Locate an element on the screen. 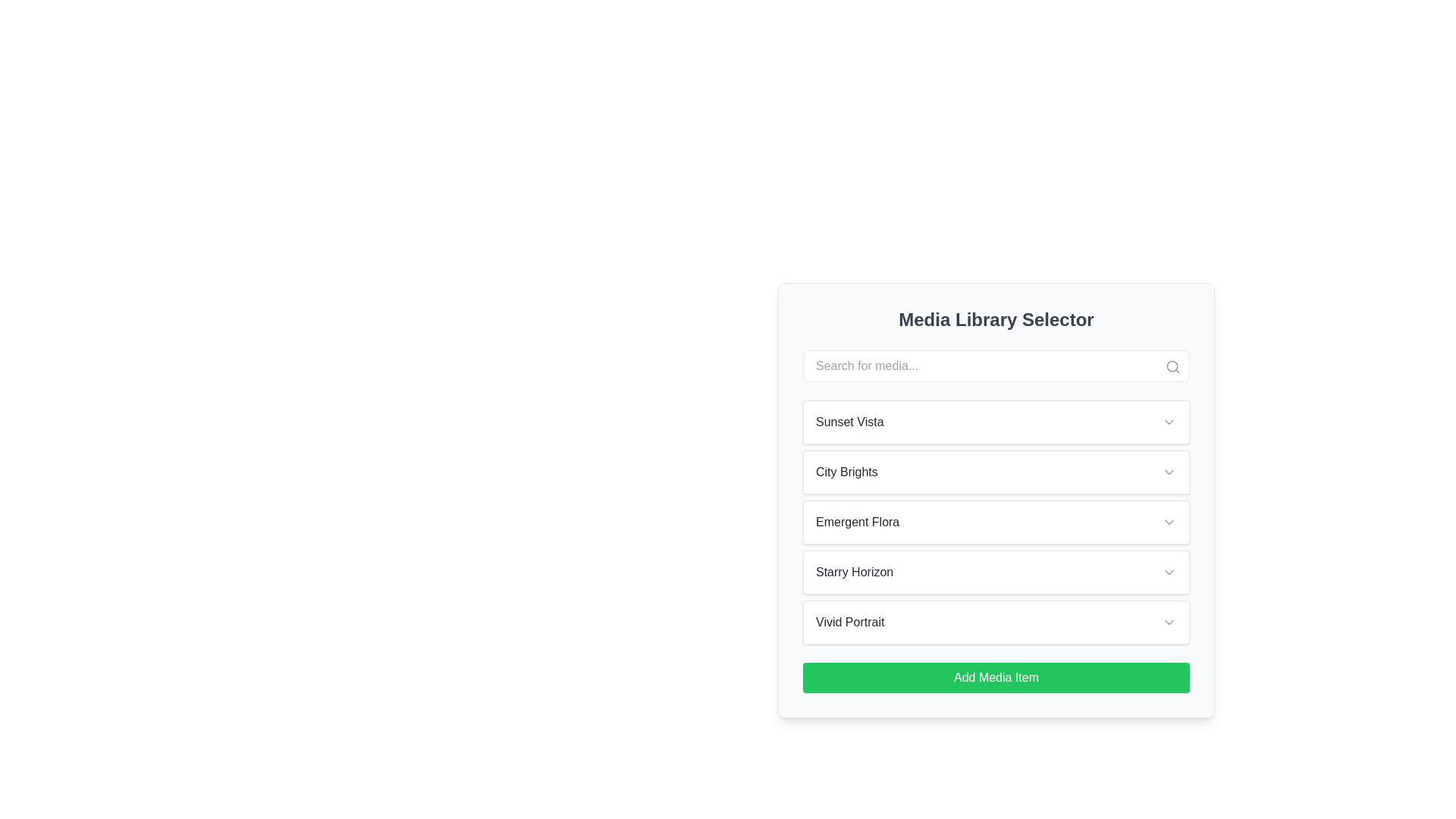  the downward-pointing gray chevron icon next to the 'City Brights' label is located at coordinates (1168, 472).